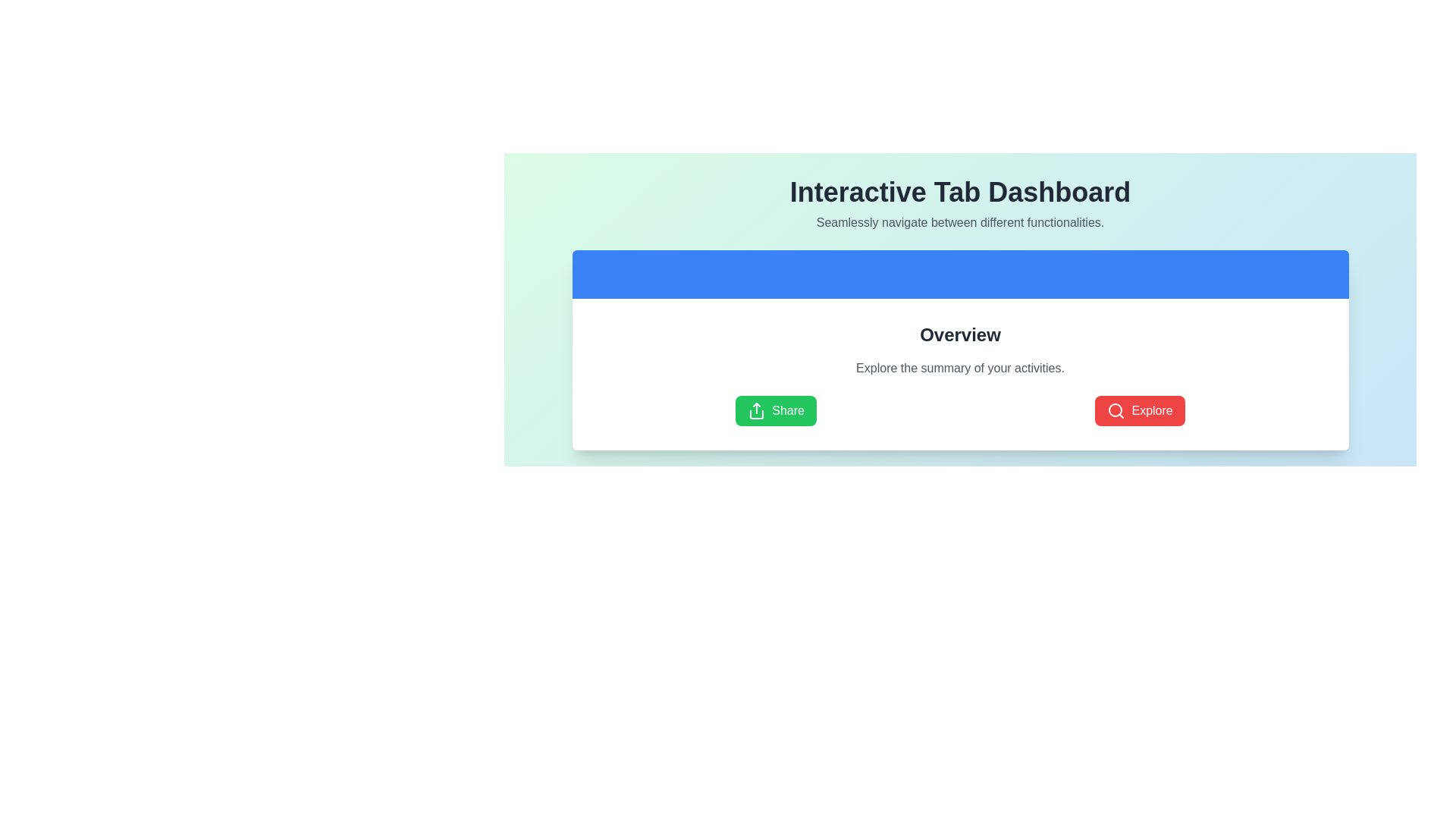  Describe the element at coordinates (776, 411) in the screenshot. I see `the green 'Share' button with an upward arrow icon located below the 'Overview' section to share content` at that location.